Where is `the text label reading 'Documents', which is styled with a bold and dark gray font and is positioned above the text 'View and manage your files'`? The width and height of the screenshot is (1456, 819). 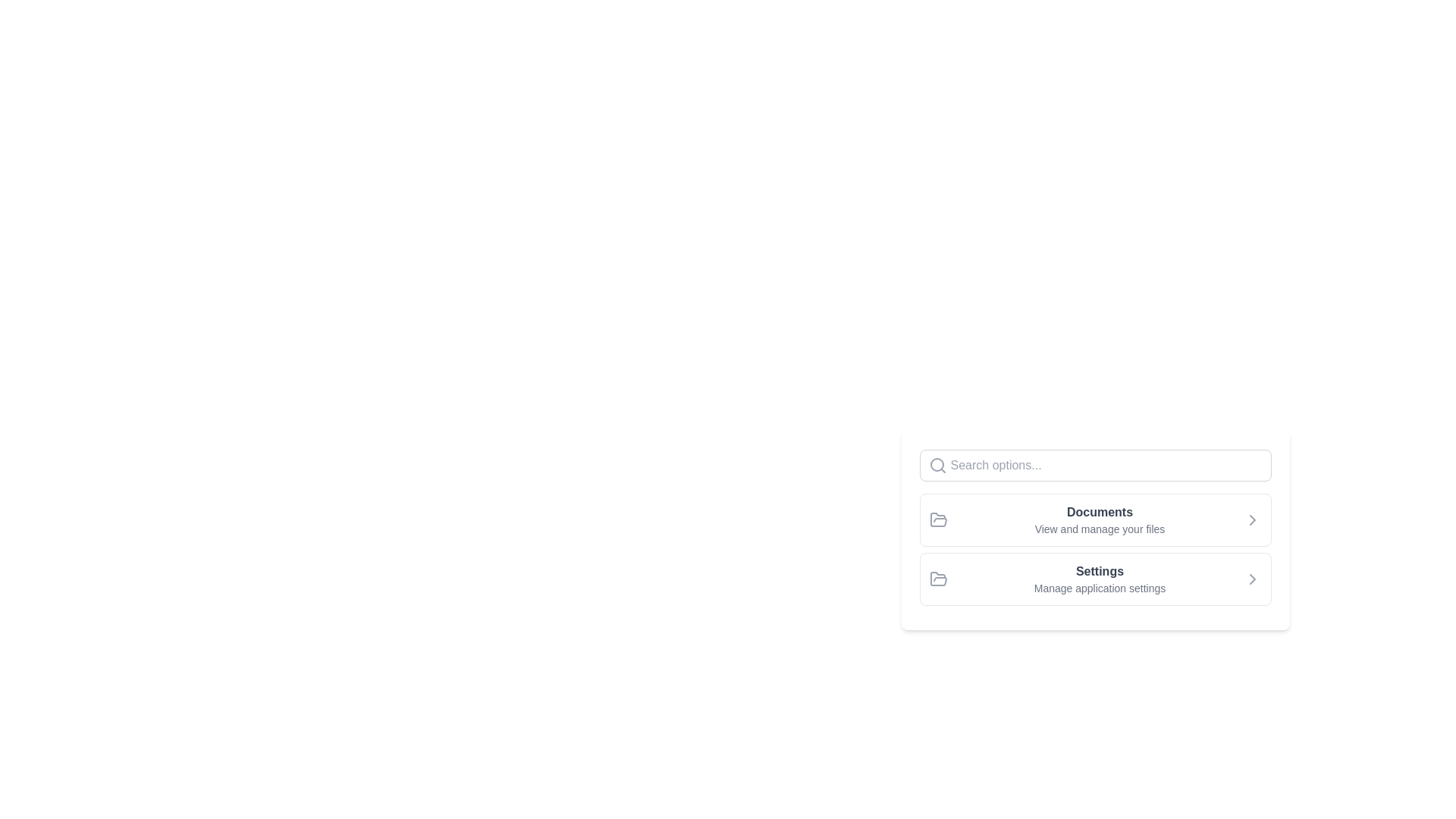 the text label reading 'Documents', which is styled with a bold and dark gray font and is positioned above the text 'View and manage your files' is located at coordinates (1100, 512).